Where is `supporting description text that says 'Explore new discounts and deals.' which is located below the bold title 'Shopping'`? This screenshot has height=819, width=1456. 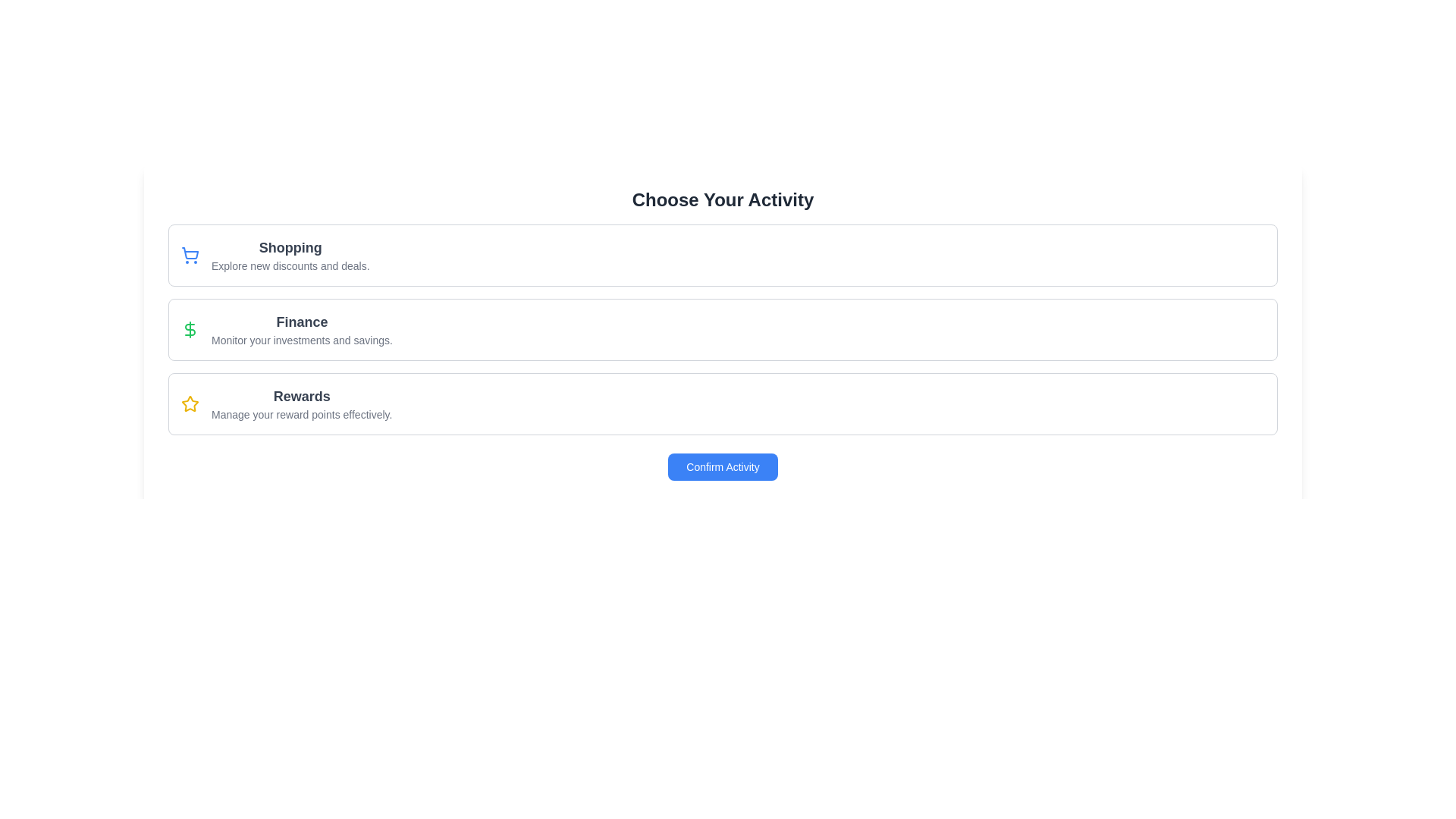 supporting description text that says 'Explore new discounts and deals.' which is located below the bold title 'Shopping' is located at coordinates (290, 265).